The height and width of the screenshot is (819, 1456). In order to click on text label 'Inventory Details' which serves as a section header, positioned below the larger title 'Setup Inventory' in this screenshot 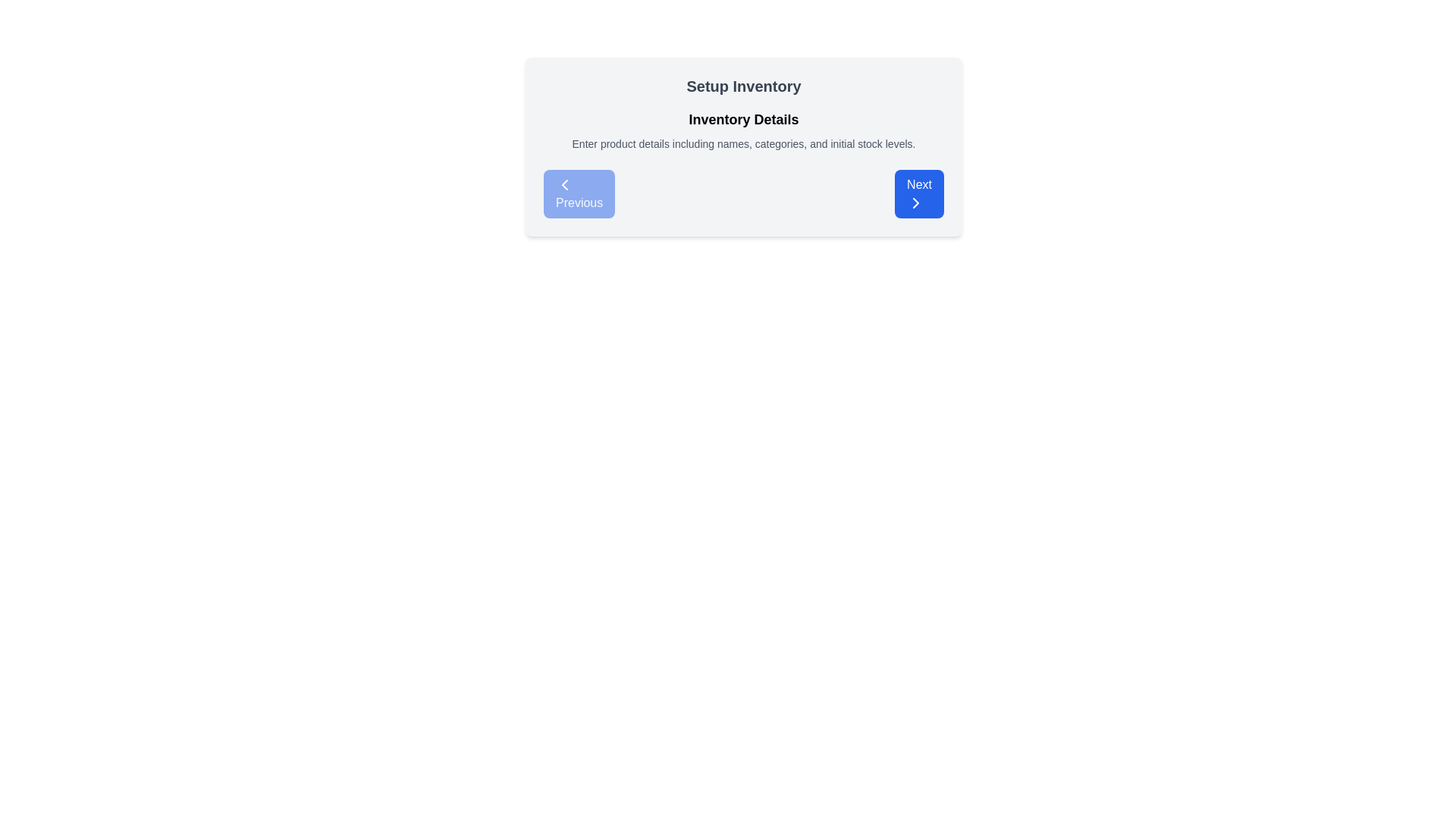, I will do `click(743, 119)`.